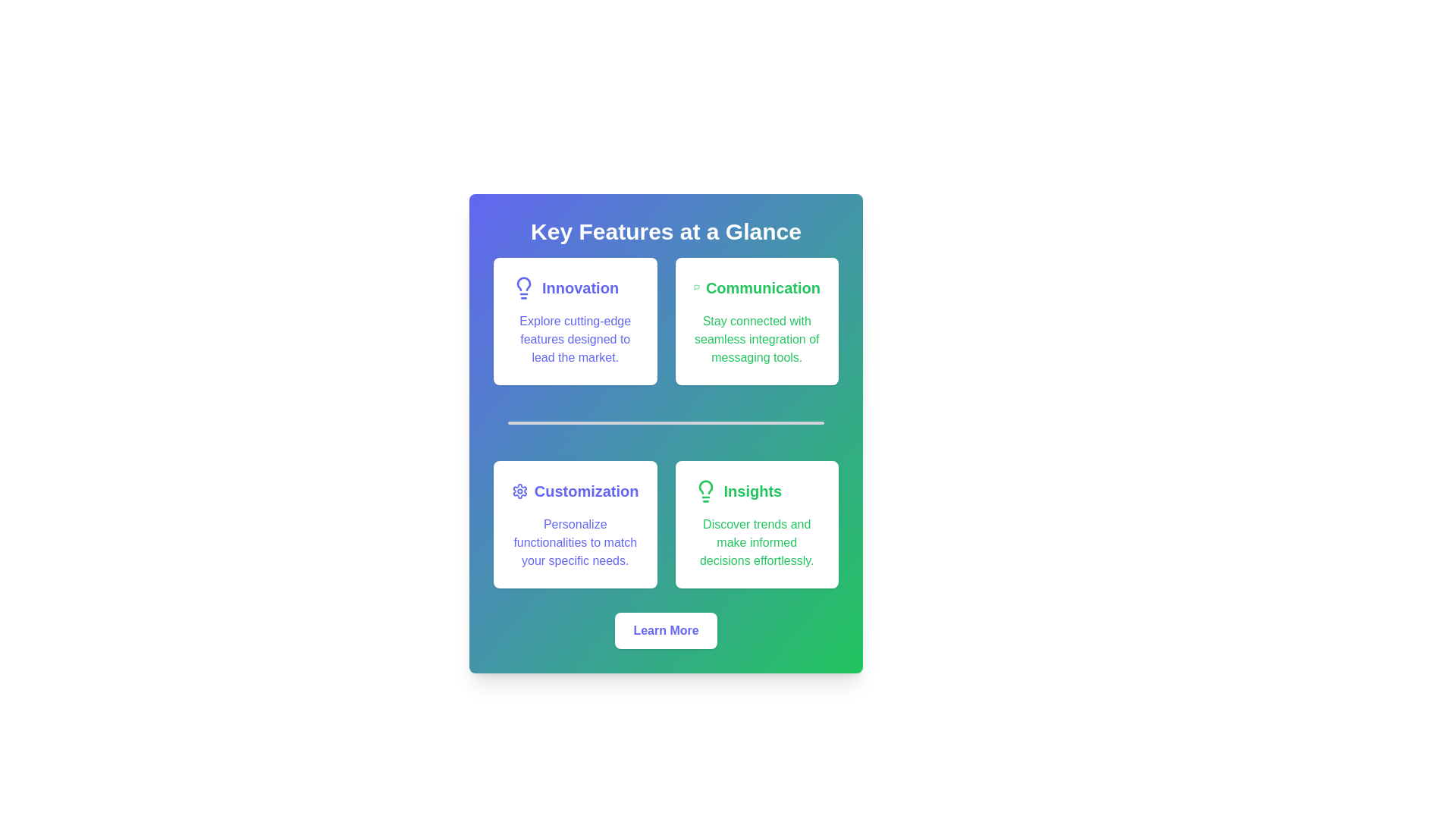 The height and width of the screenshot is (819, 1456). I want to click on text from the green-colored text block displaying the message 'Discover trends and make informed decisions effortlessly.' located within the white card labeled 'Insights.', so click(757, 542).